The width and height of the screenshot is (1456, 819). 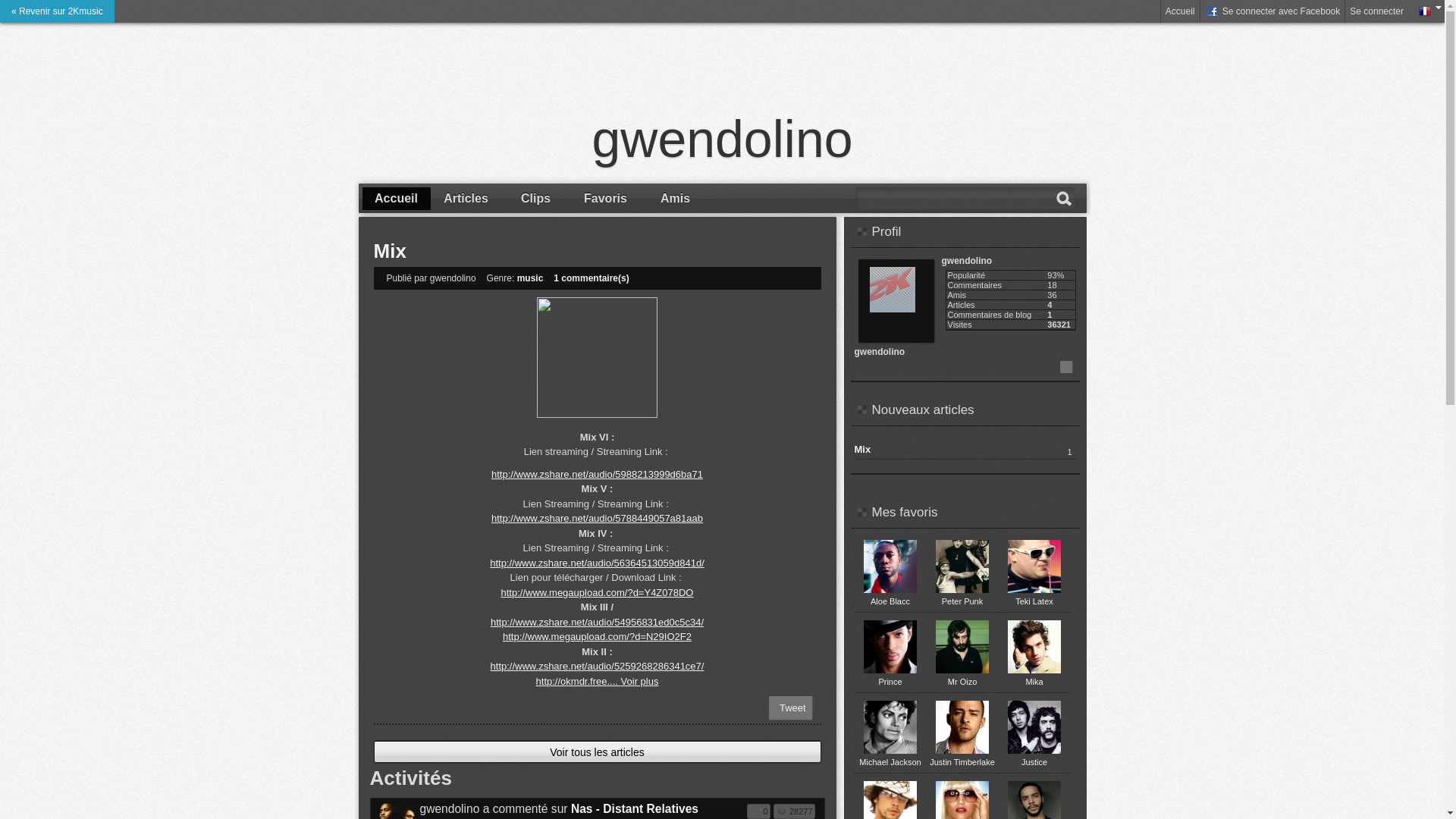 I want to click on 'http://www.zshare.net/audio/54956831ed0c5c34/', so click(x=596, y=621).